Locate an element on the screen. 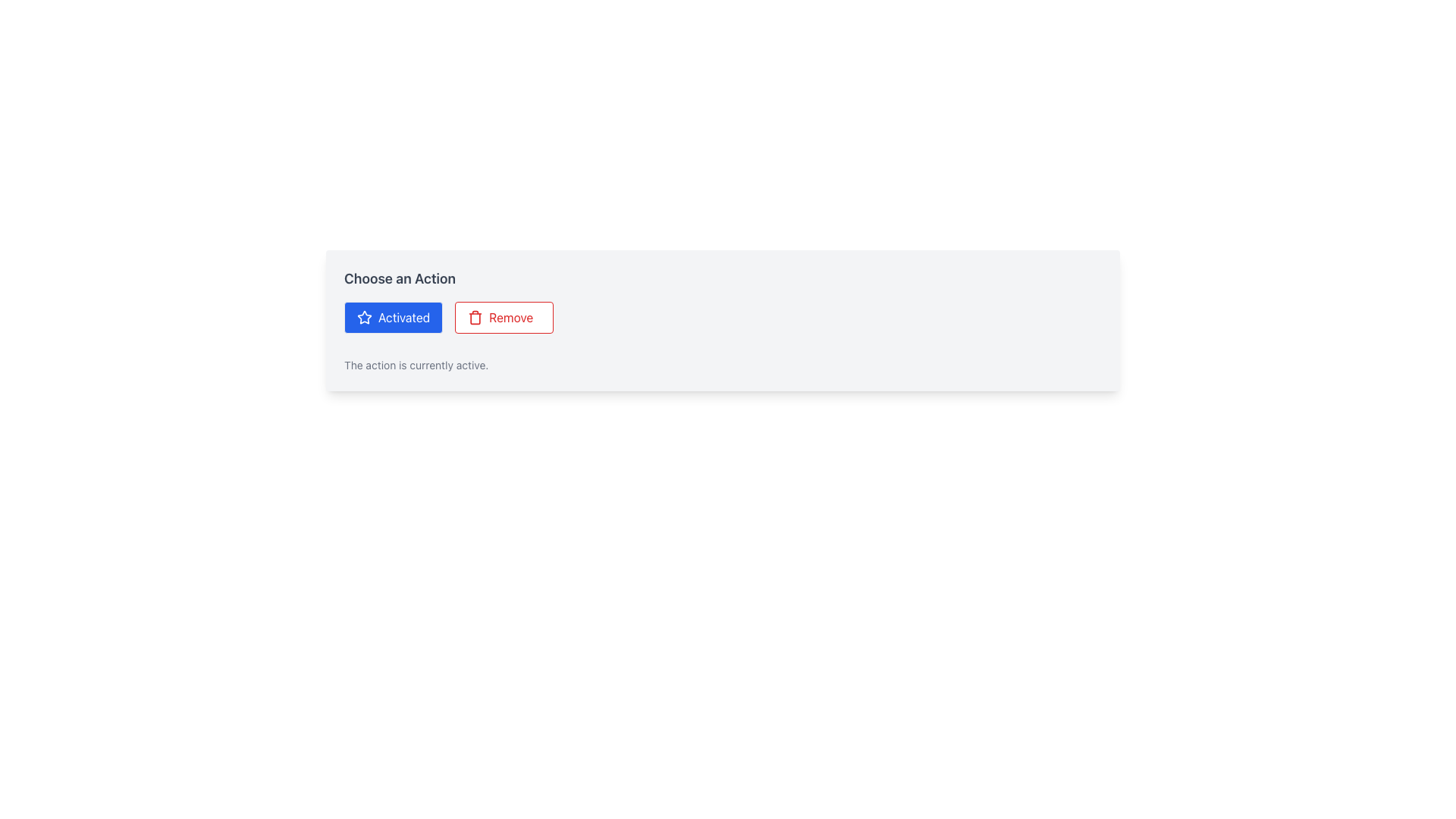  the delete icon located within the 'Remove' button, which is aligned to the right of the 'Activated' button is located at coordinates (475, 317).